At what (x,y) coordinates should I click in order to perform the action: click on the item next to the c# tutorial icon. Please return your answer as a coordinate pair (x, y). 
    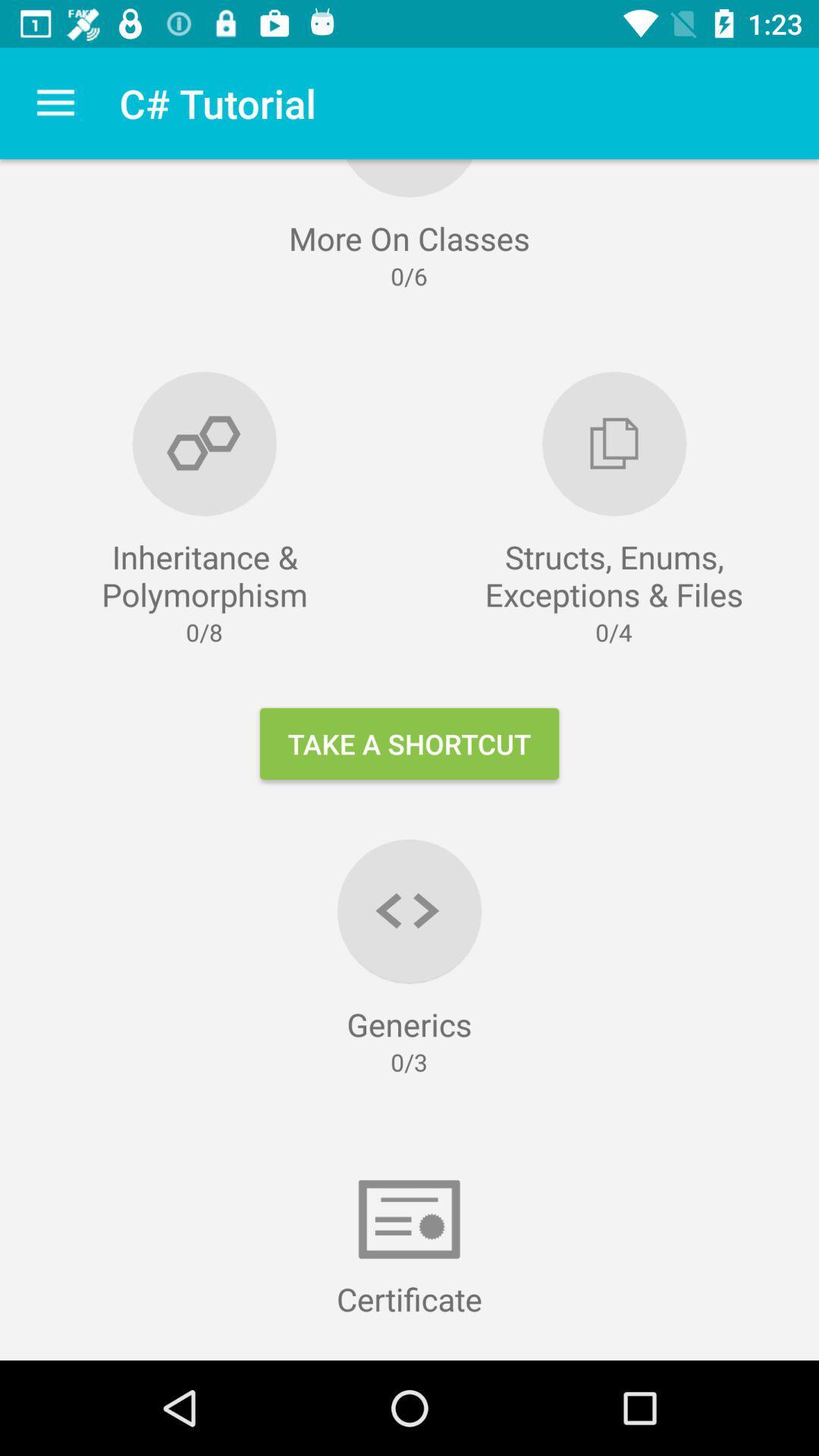
    Looking at the image, I should click on (55, 102).